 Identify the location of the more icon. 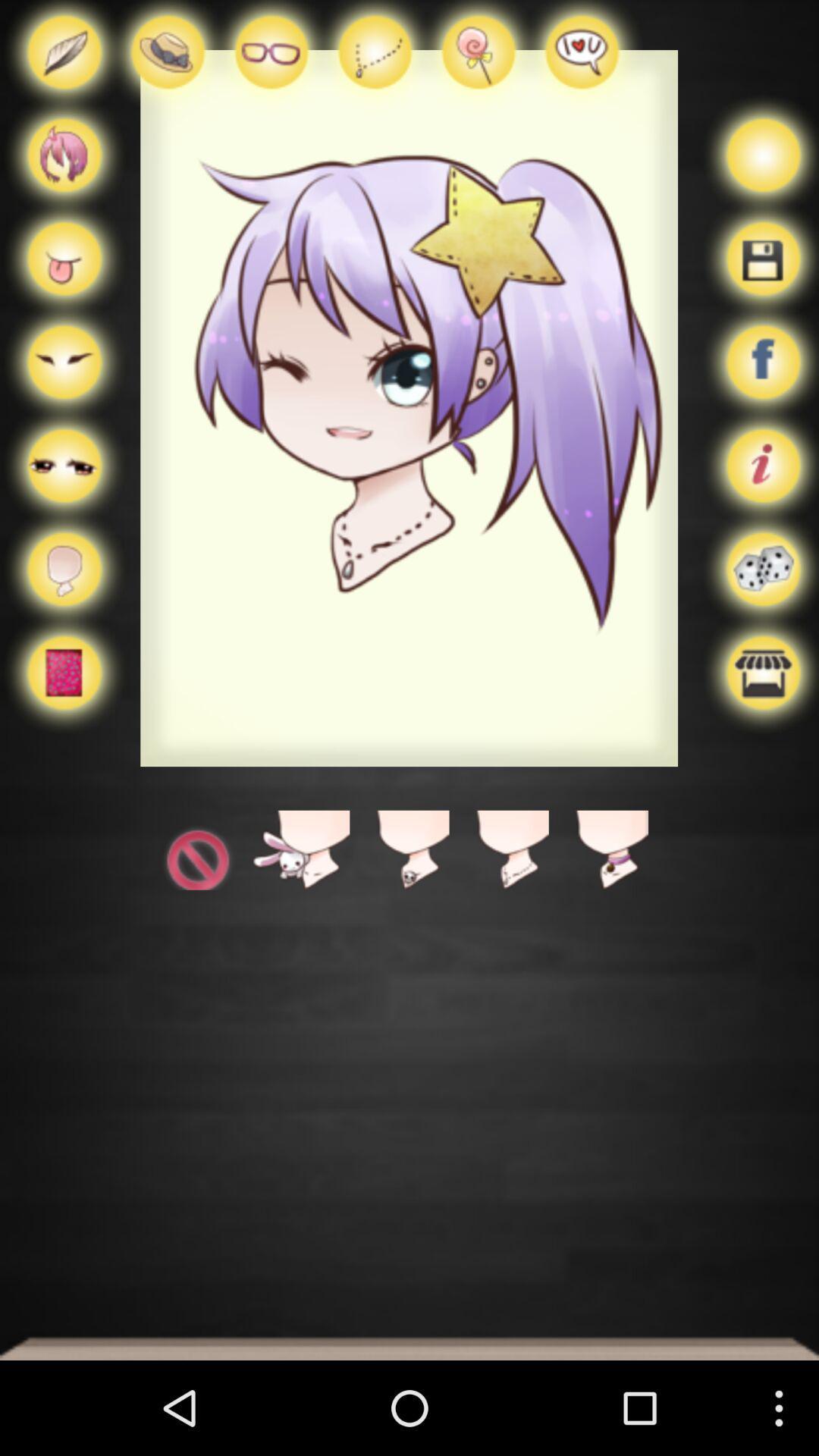
(63, 498).